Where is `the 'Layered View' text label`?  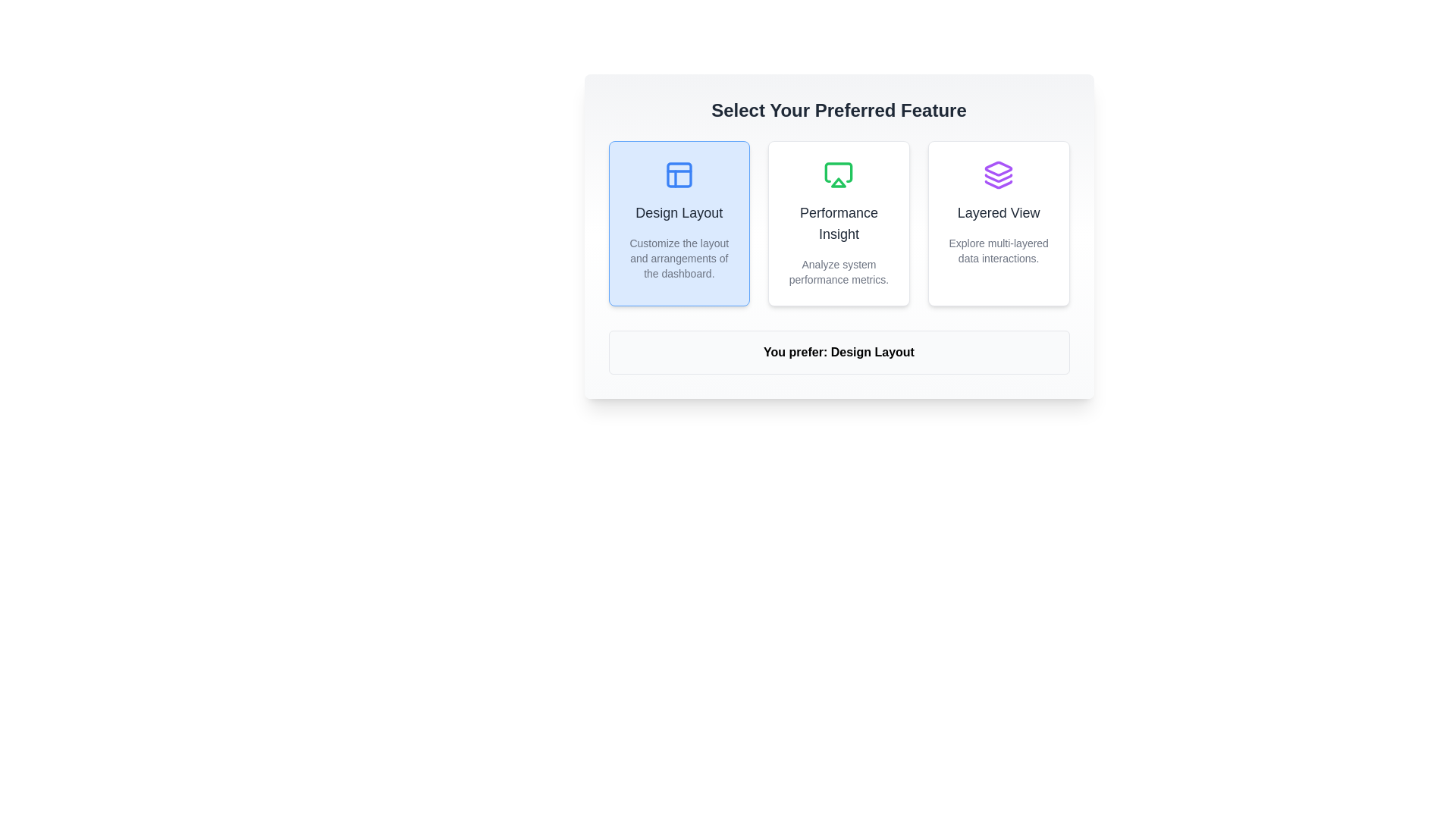
the 'Layered View' text label is located at coordinates (999, 213).